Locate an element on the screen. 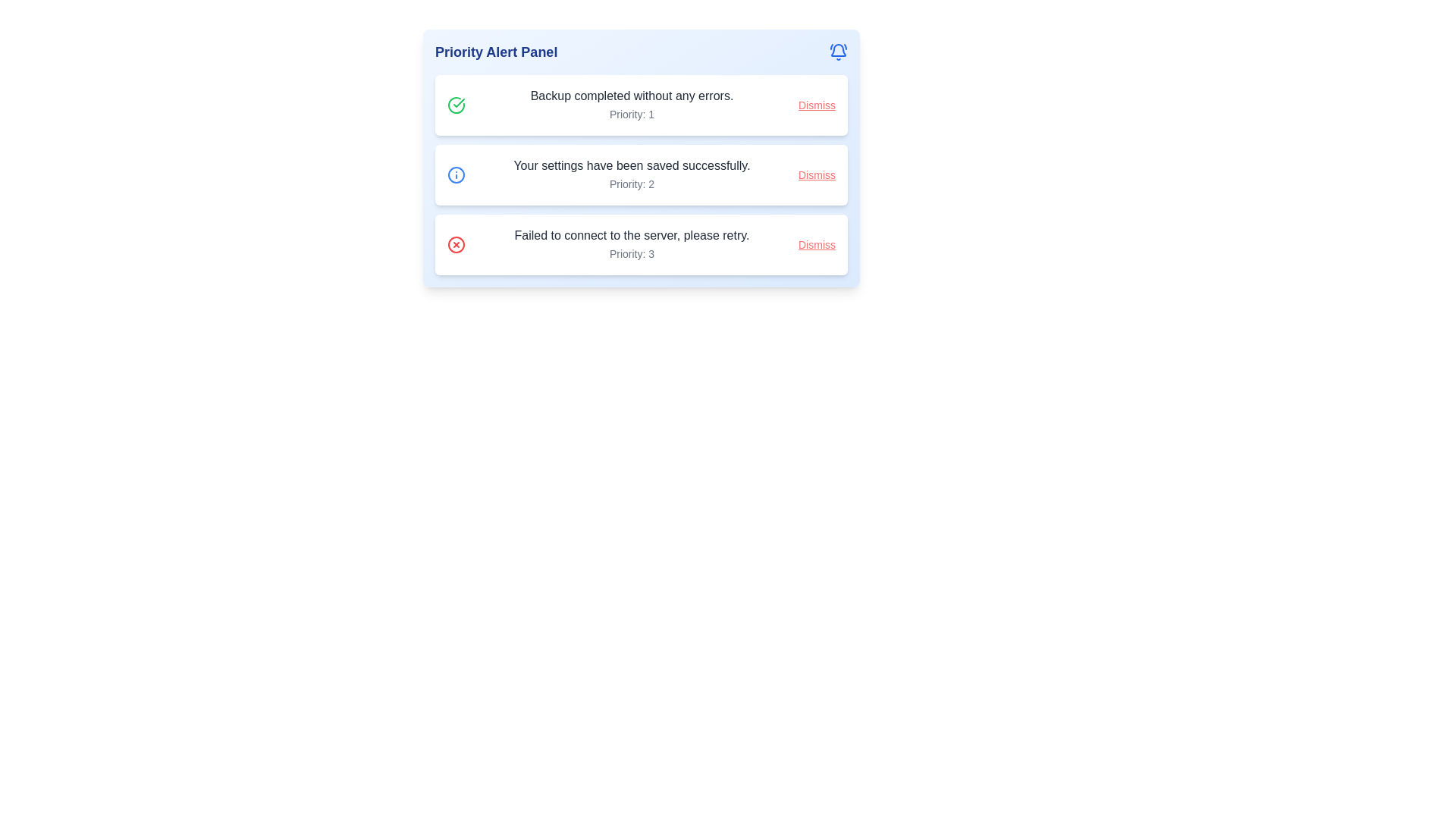 Image resolution: width=1456 pixels, height=819 pixels. notification message displayed in bold font stating 'Failed to connect to the server, please retry.' located in the third row of the notification panel is located at coordinates (632, 244).